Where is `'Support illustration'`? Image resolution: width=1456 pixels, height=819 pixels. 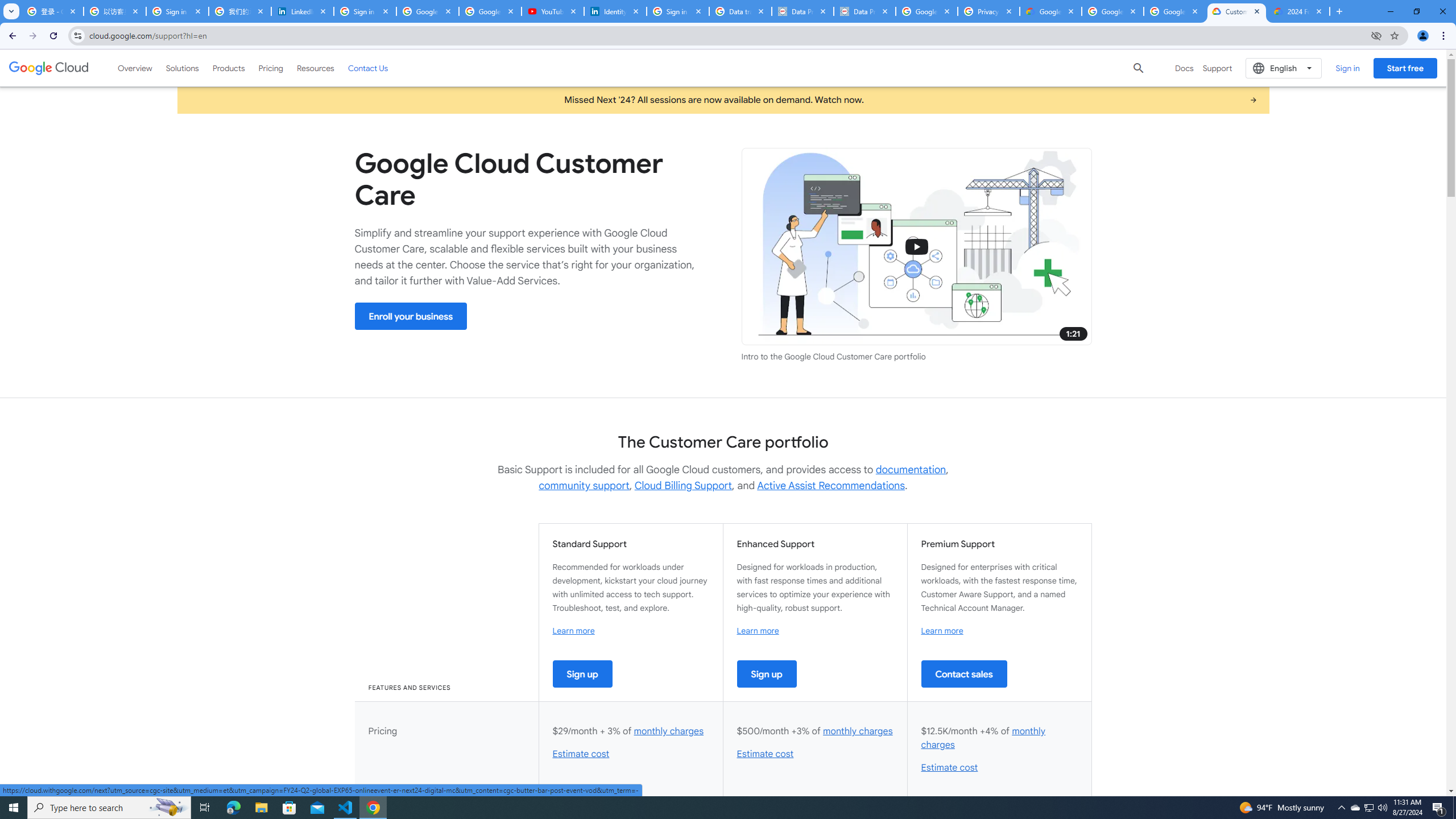 'Support illustration' is located at coordinates (916, 246).